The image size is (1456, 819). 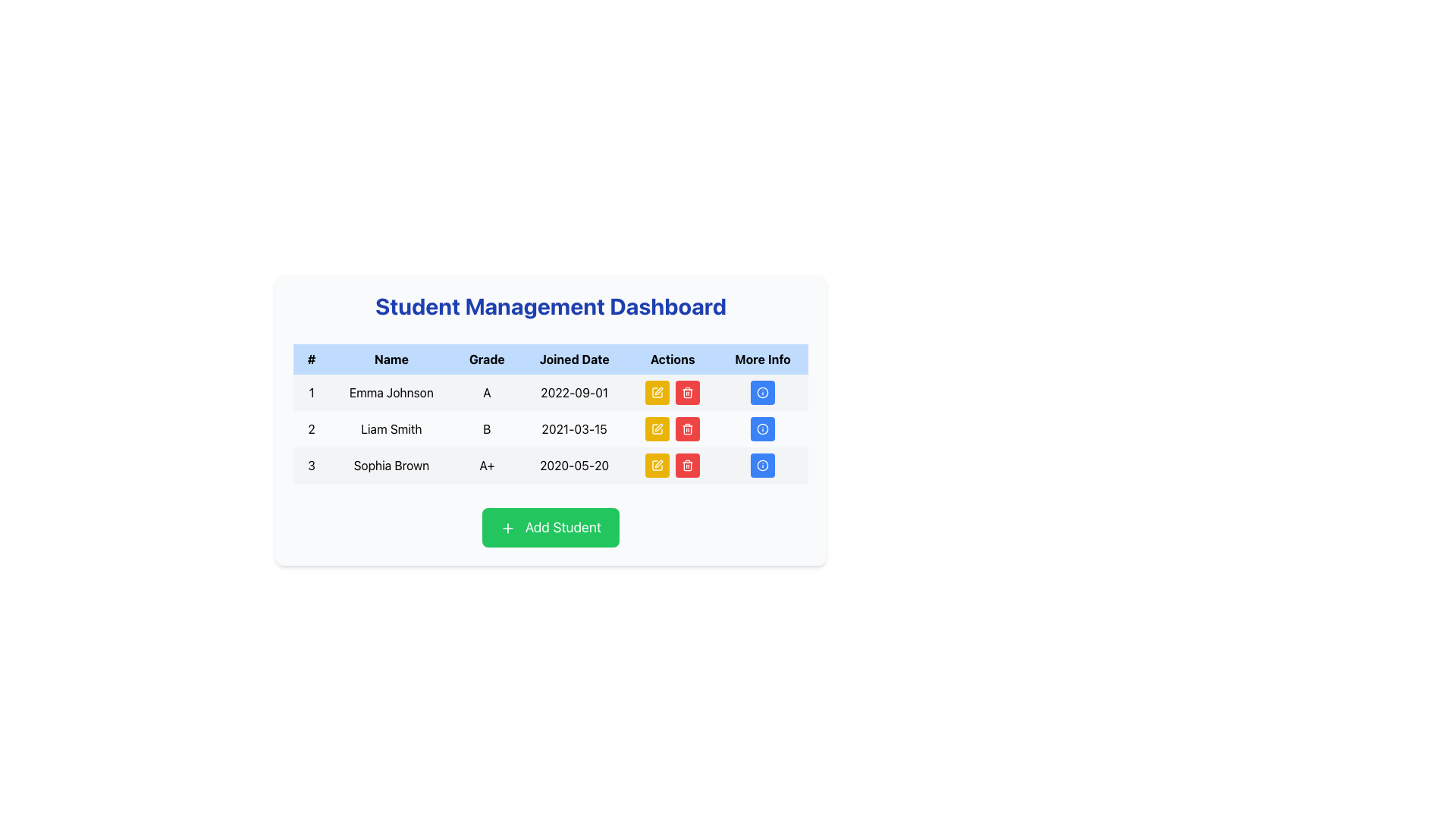 I want to click on the red trash can icon button representing delete action in the 'Actions' column for 'Sophia Brown', so click(x=687, y=464).